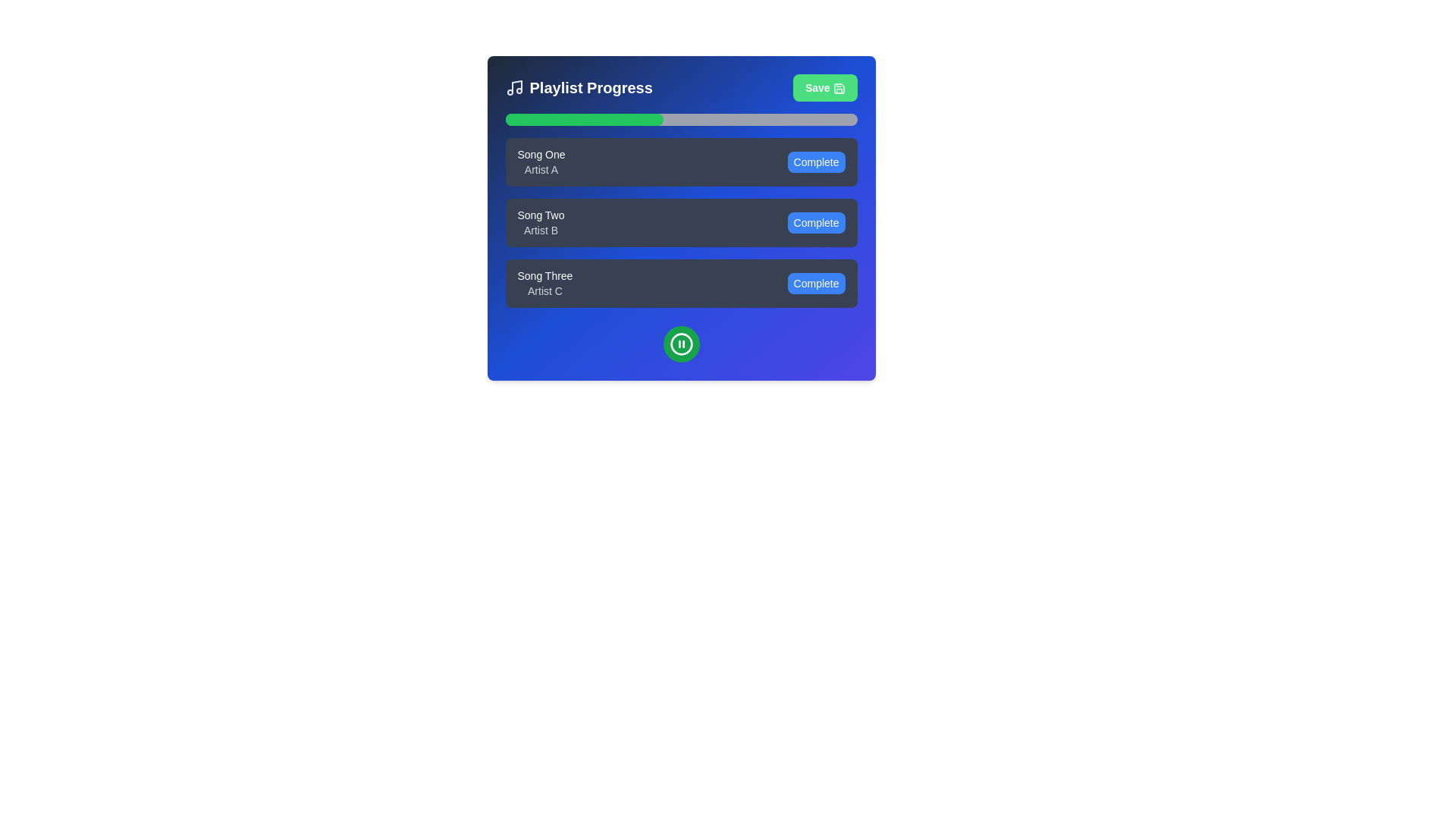 This screenshot has width=1456, height=819. I want to click on the save icon embedded within the green 'Save' button located at the top-right corner of the blue panel, so click(838, 89).